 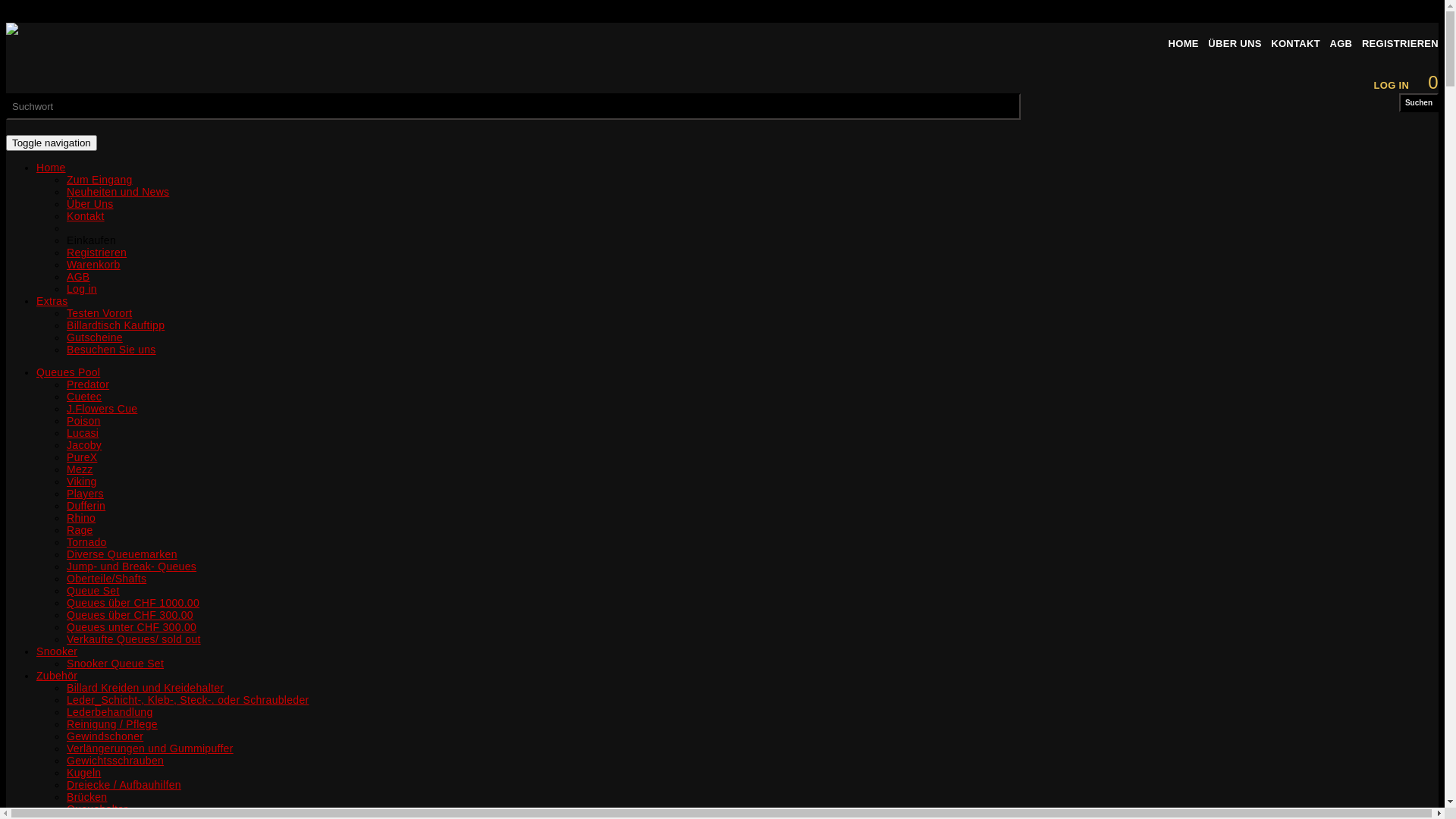 I want to click on 'Neuheiten und News', so click(x=65, y=191).